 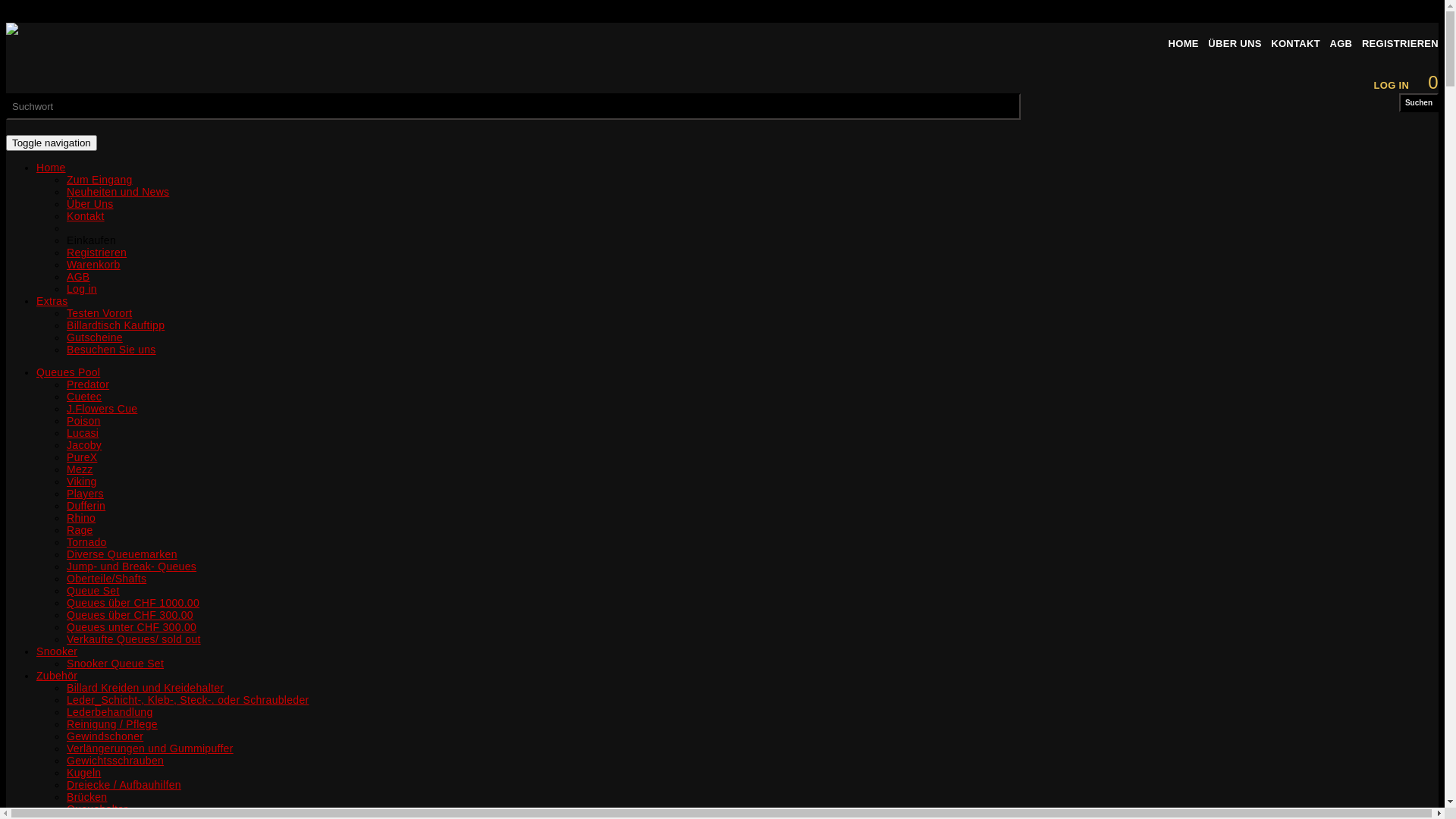 I want to click on 'Neuheiten und News', so click(x=65, y=191).